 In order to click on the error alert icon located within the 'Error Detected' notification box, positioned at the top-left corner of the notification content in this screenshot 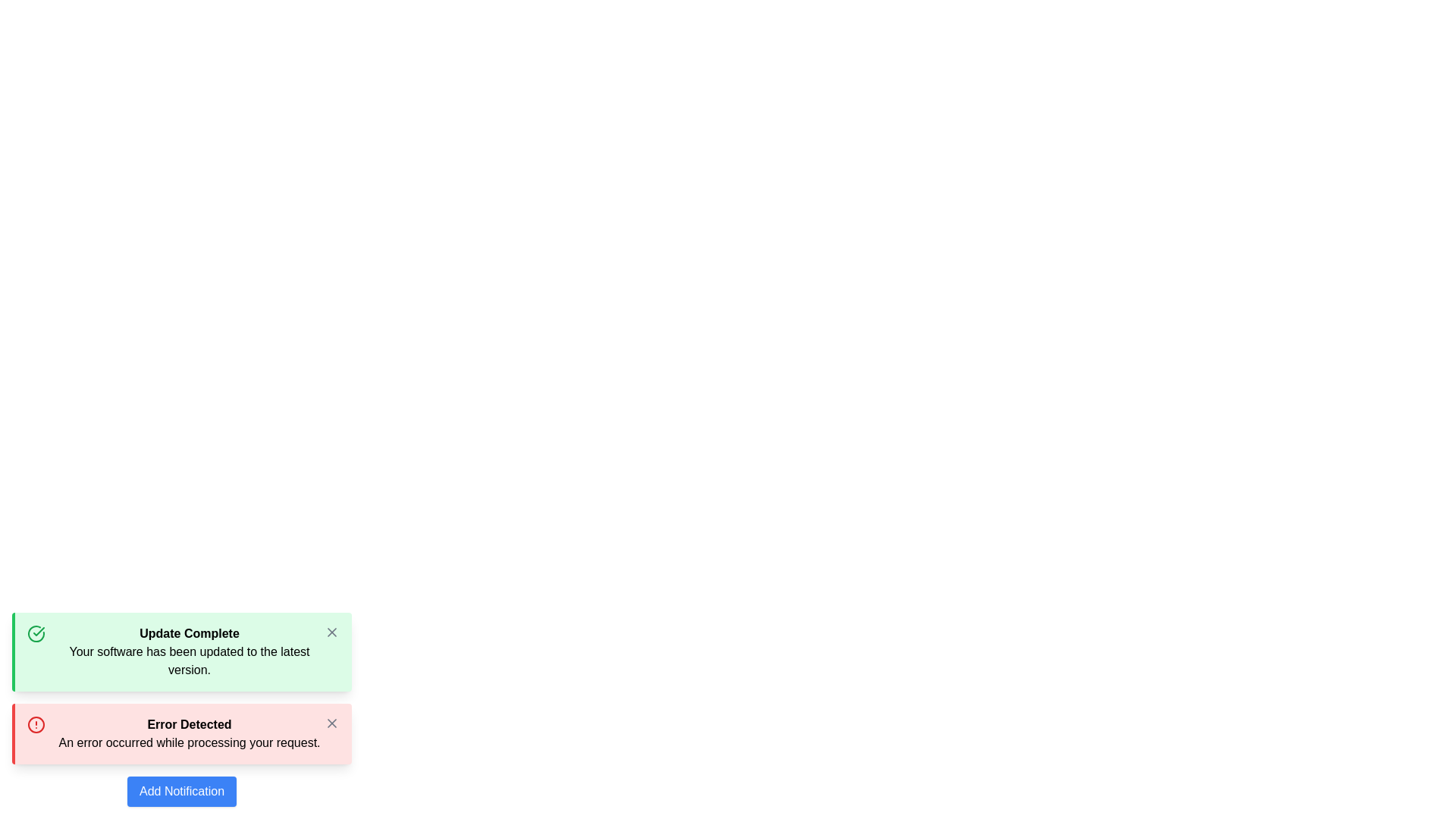, I will do `click(36, 724)`.